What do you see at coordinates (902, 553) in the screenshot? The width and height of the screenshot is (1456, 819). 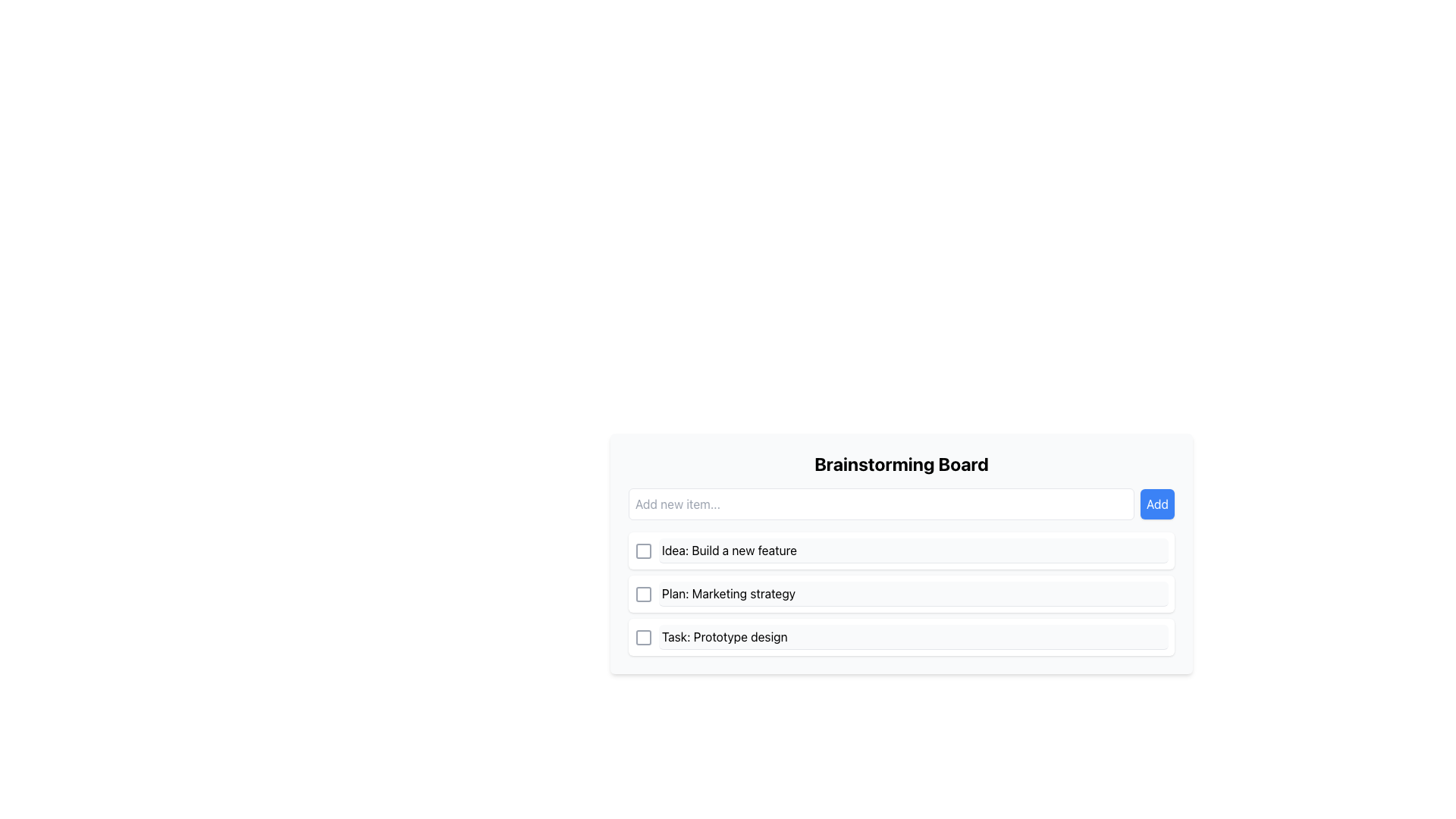 I see `the first list item in the 'Brainstorming Board' section` at bounding box center [902, 553].